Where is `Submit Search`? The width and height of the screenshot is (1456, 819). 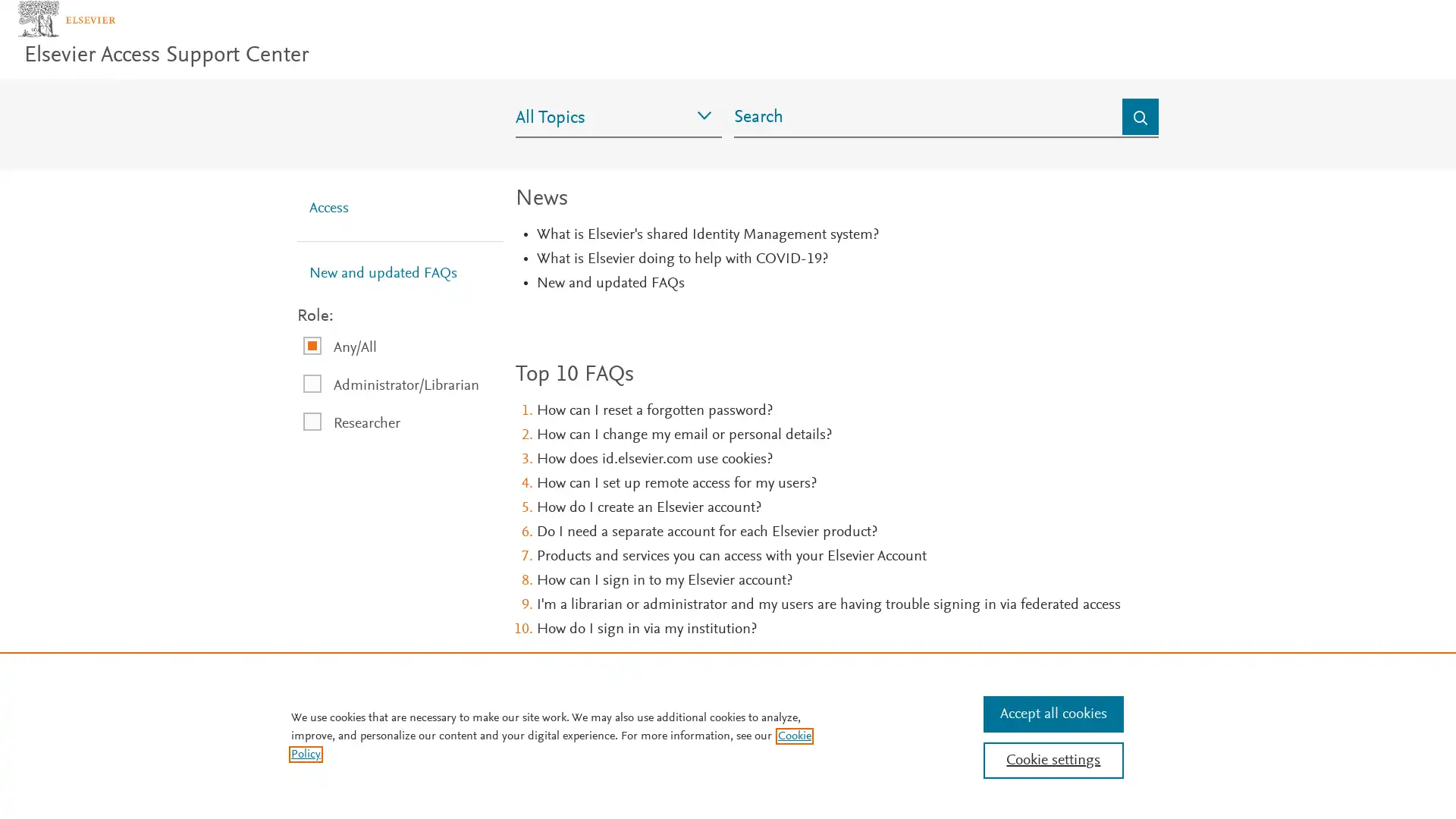 Submit Search is located at coordinates (1140, 140).